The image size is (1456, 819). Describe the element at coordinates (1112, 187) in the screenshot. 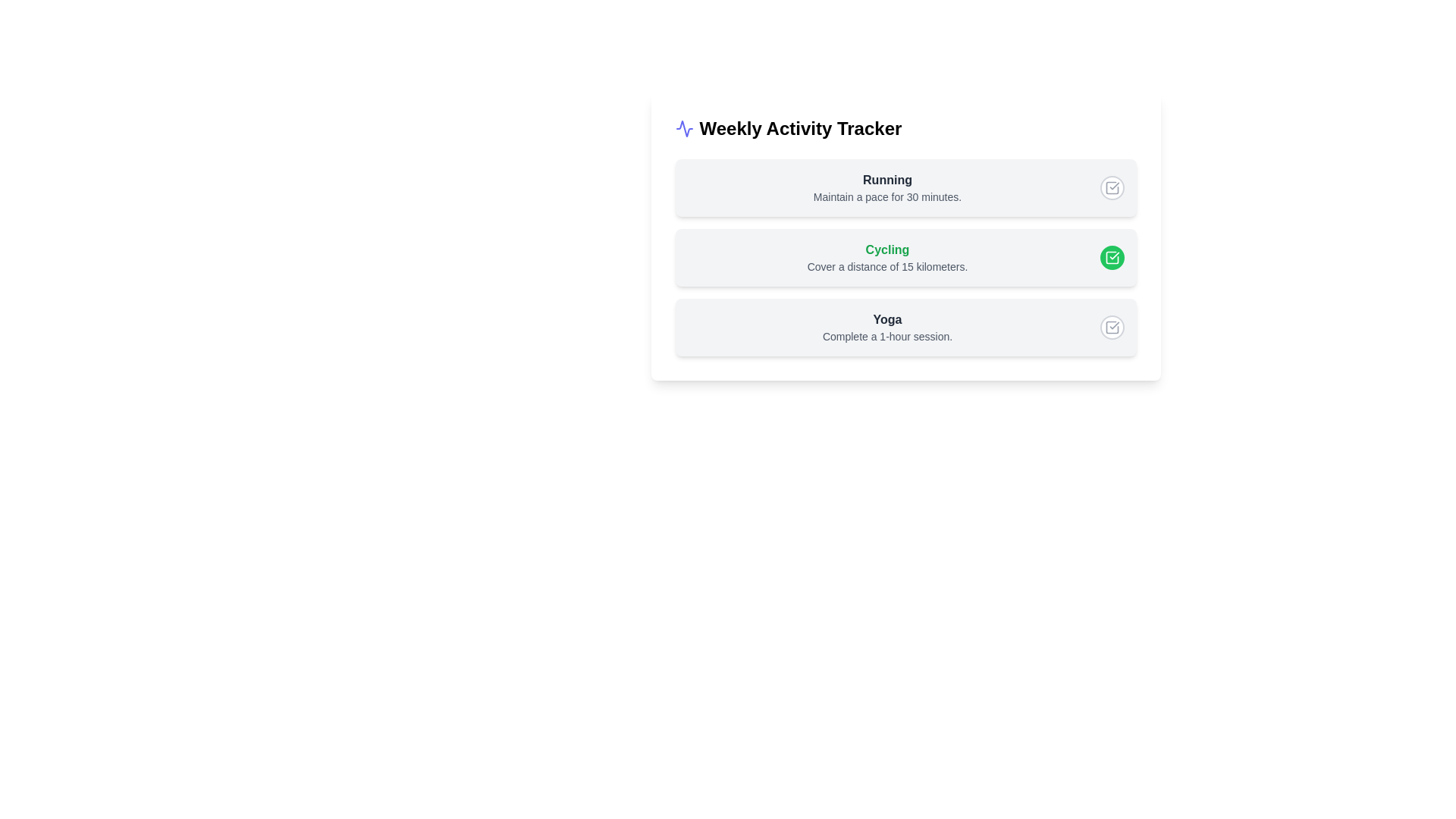

I see `the small circular Icon button with a checkmark inside, located to the right of the text 'Running'` at that location.